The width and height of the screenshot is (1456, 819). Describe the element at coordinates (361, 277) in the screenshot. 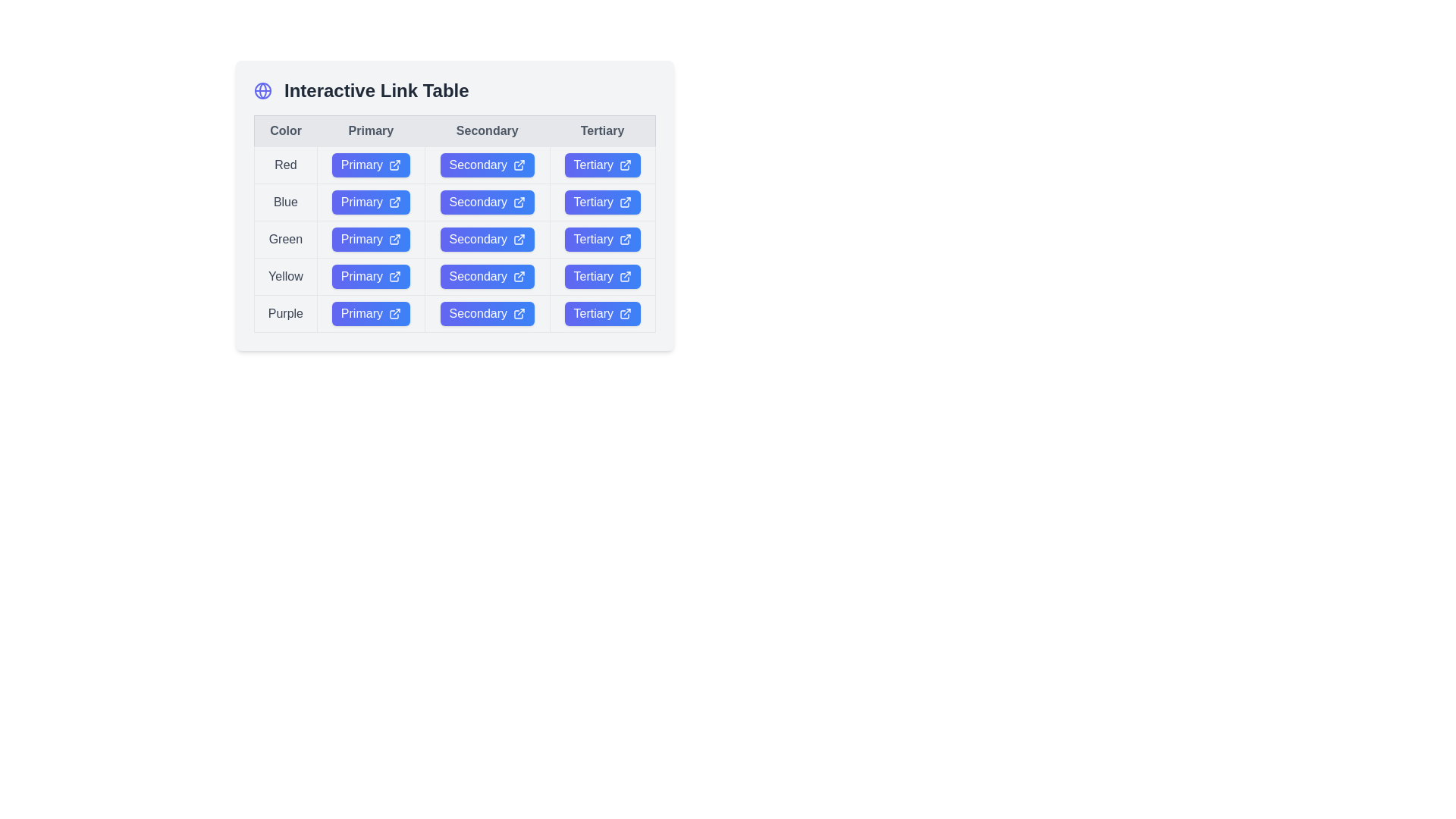

I see `the 'Primary' text label, which is styled in white text against a blue gradient background, located in the 'Primary' column of the interactive link table` at that location.